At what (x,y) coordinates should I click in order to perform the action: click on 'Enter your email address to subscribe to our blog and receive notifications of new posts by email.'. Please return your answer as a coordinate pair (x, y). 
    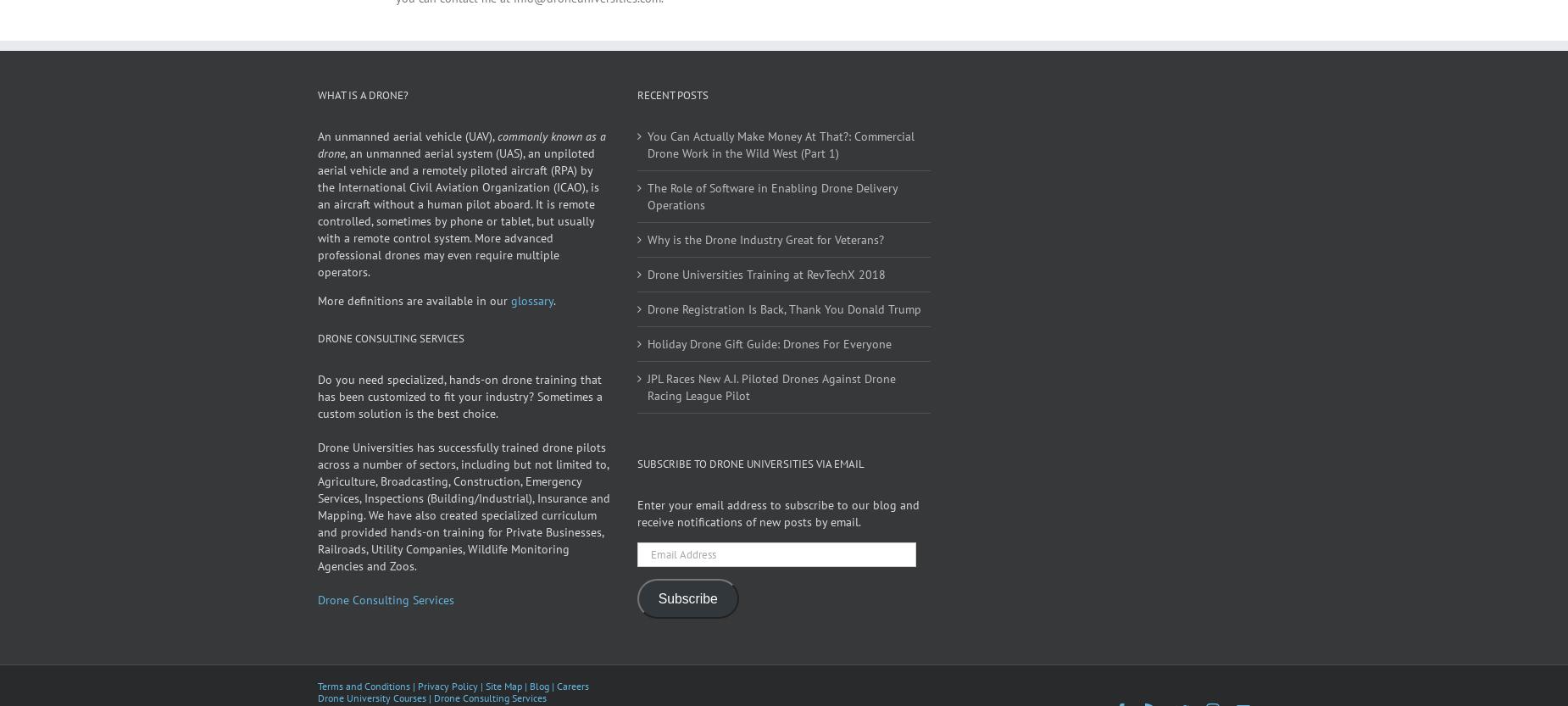
    Looking at the image, I should click on (636, 536).